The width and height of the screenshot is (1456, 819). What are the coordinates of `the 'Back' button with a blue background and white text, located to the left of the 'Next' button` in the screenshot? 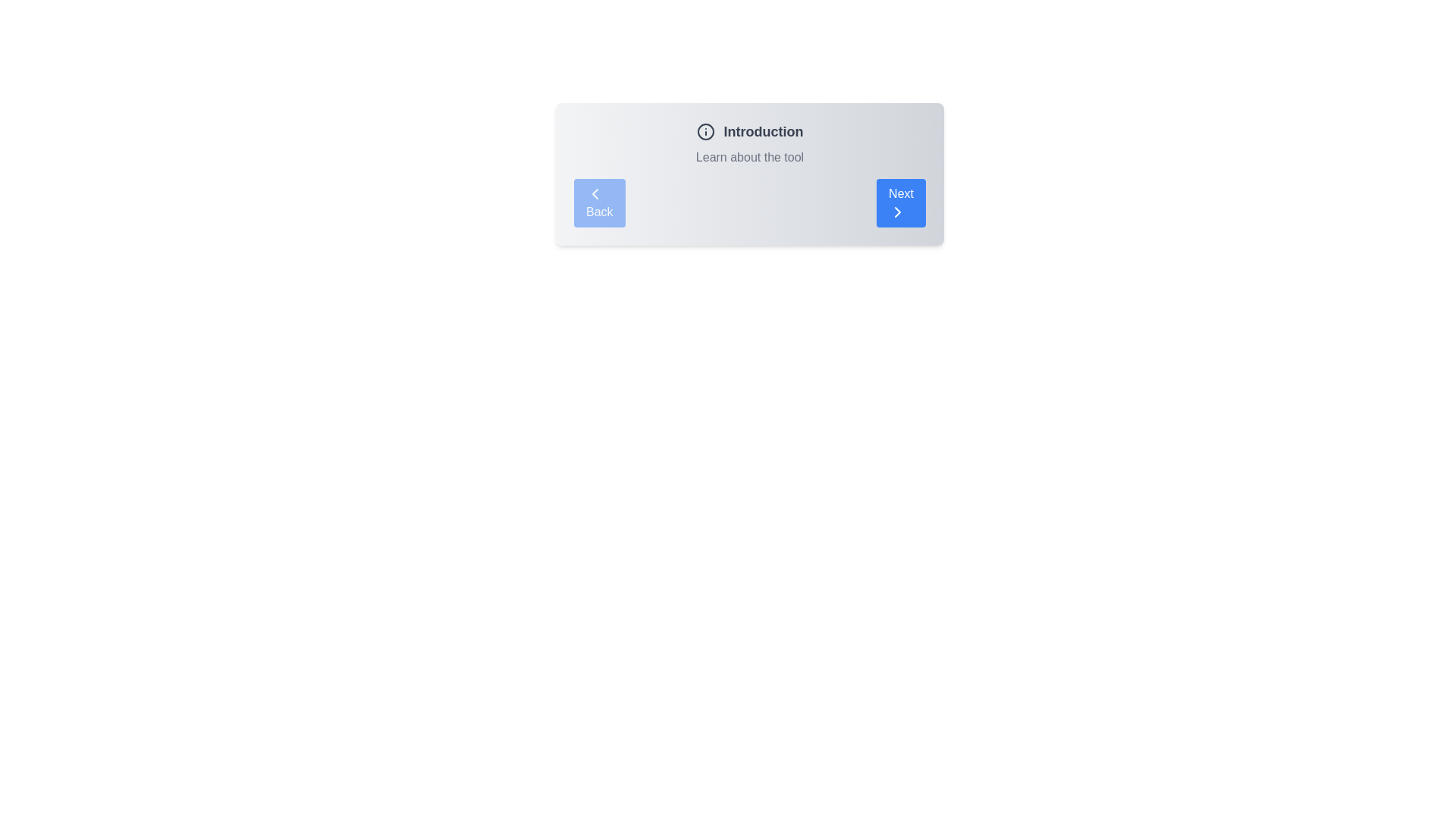 It's located at (598, 202).